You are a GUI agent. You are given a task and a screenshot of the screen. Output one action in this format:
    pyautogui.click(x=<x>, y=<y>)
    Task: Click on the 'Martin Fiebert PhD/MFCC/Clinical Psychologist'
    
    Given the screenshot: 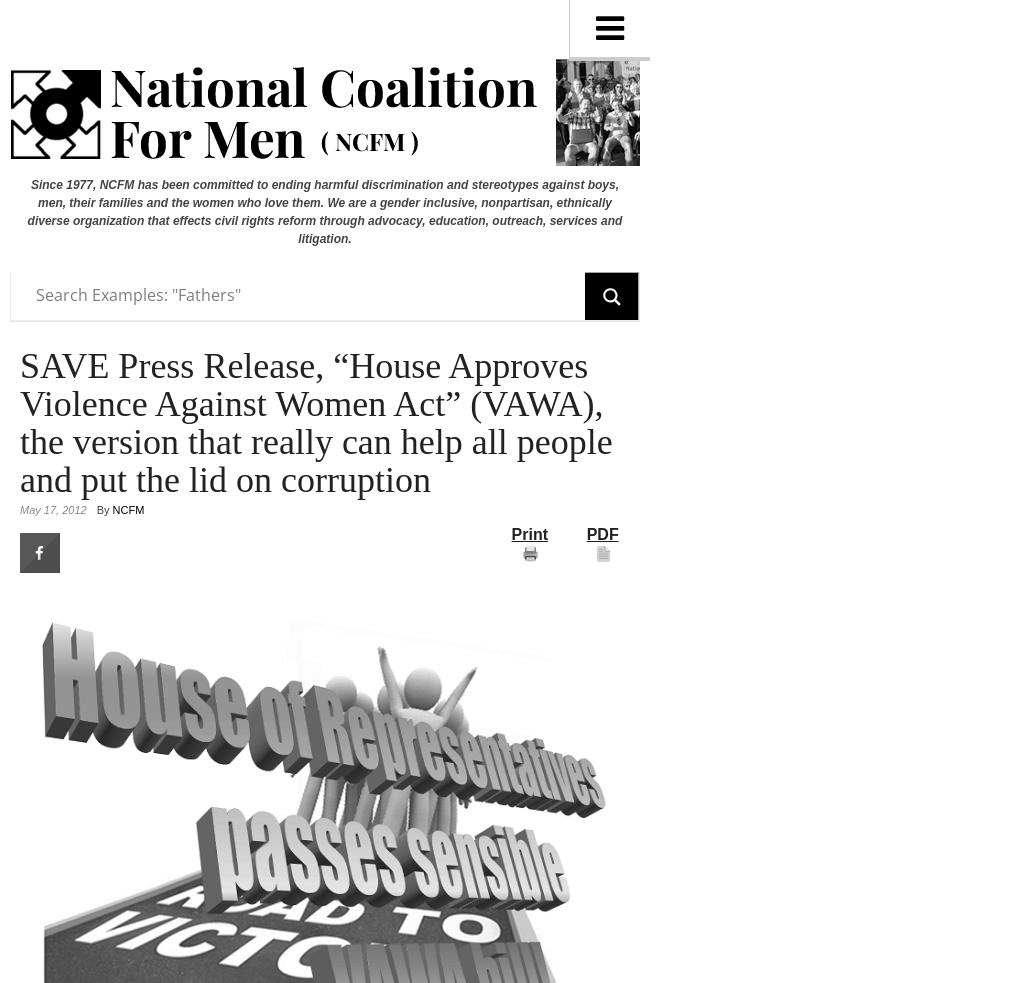 What is the action you would take?
    pyautogui.click(x=812, y=776)
    